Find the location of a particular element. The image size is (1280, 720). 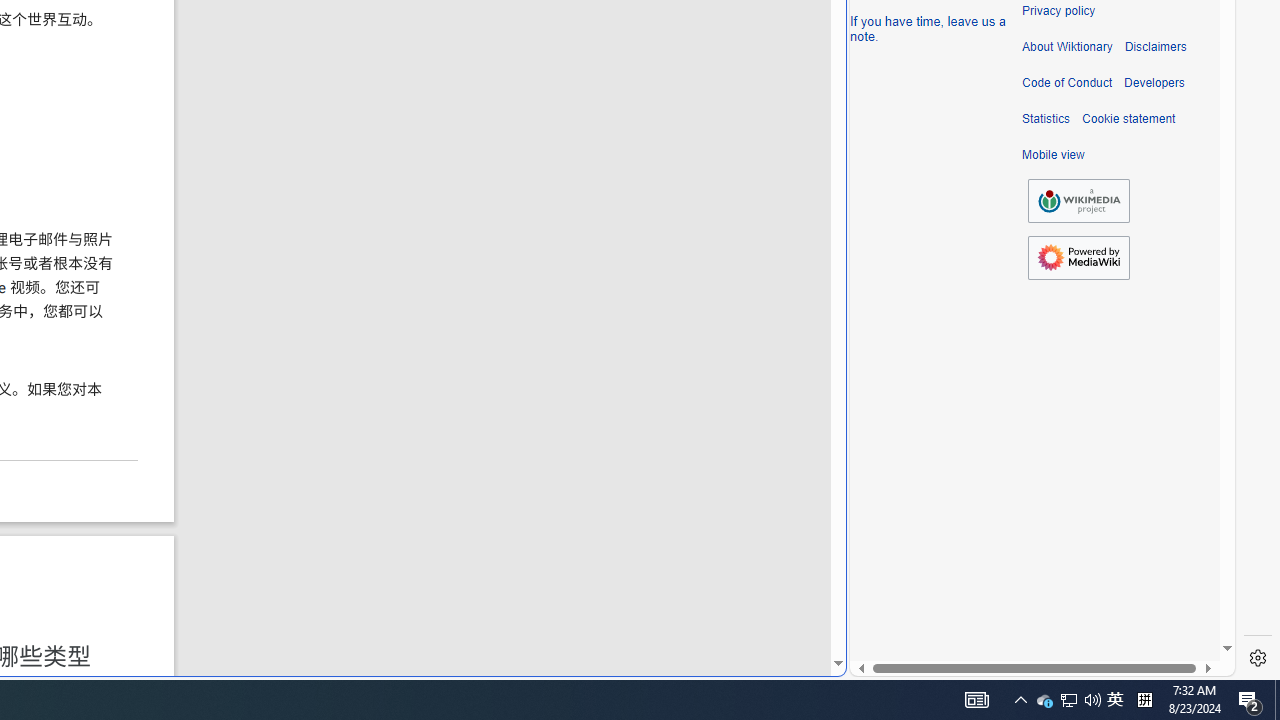

'AutomationID: footer-poweredbyico' is located at coordinates (1078, 257).